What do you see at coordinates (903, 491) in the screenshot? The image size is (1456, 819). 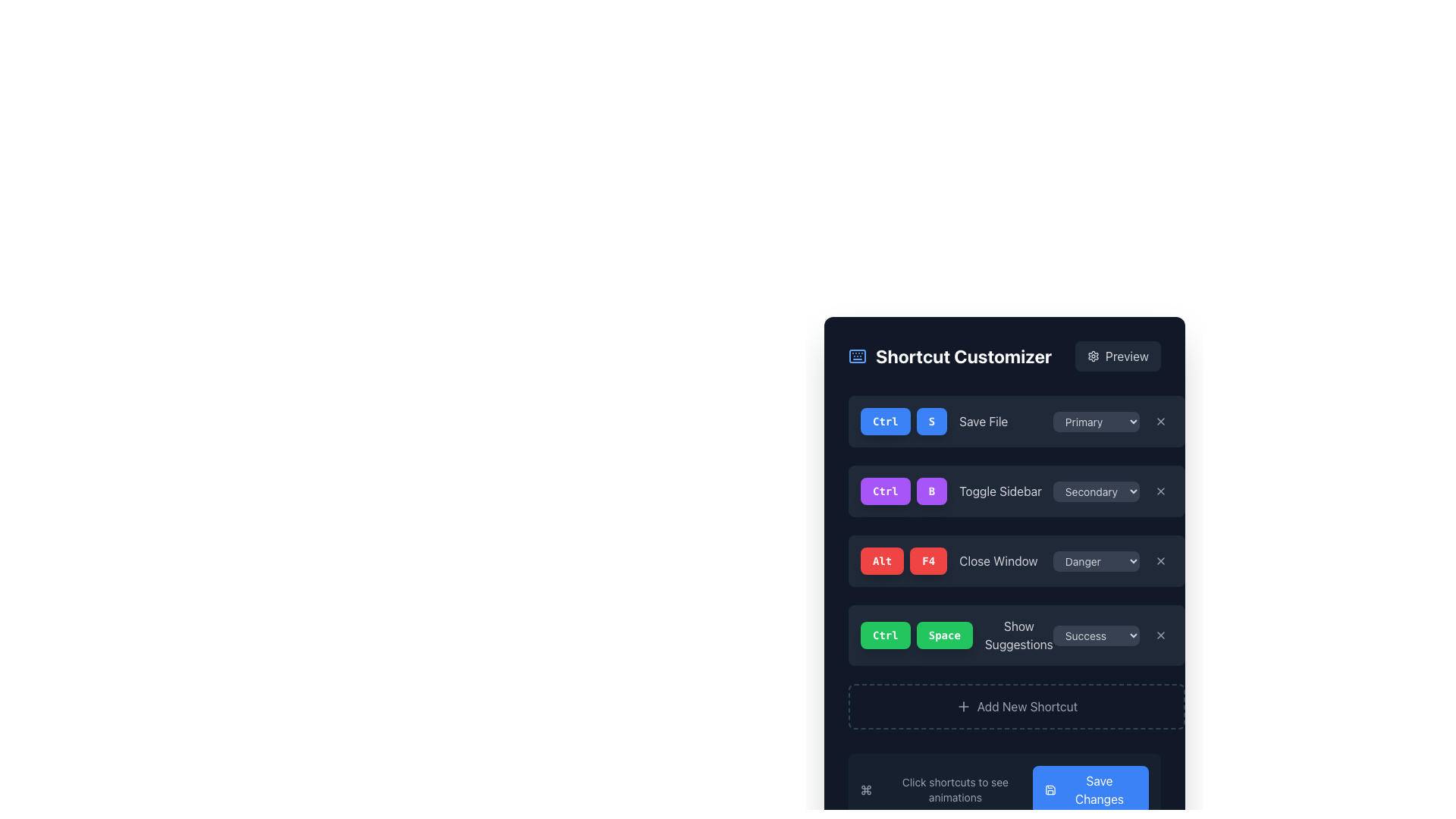 I see `on the composite component consisting of 'Ctrl' and 'B' buttons, which are part of the shortcut customization interface` at bounding box center [903, 491].